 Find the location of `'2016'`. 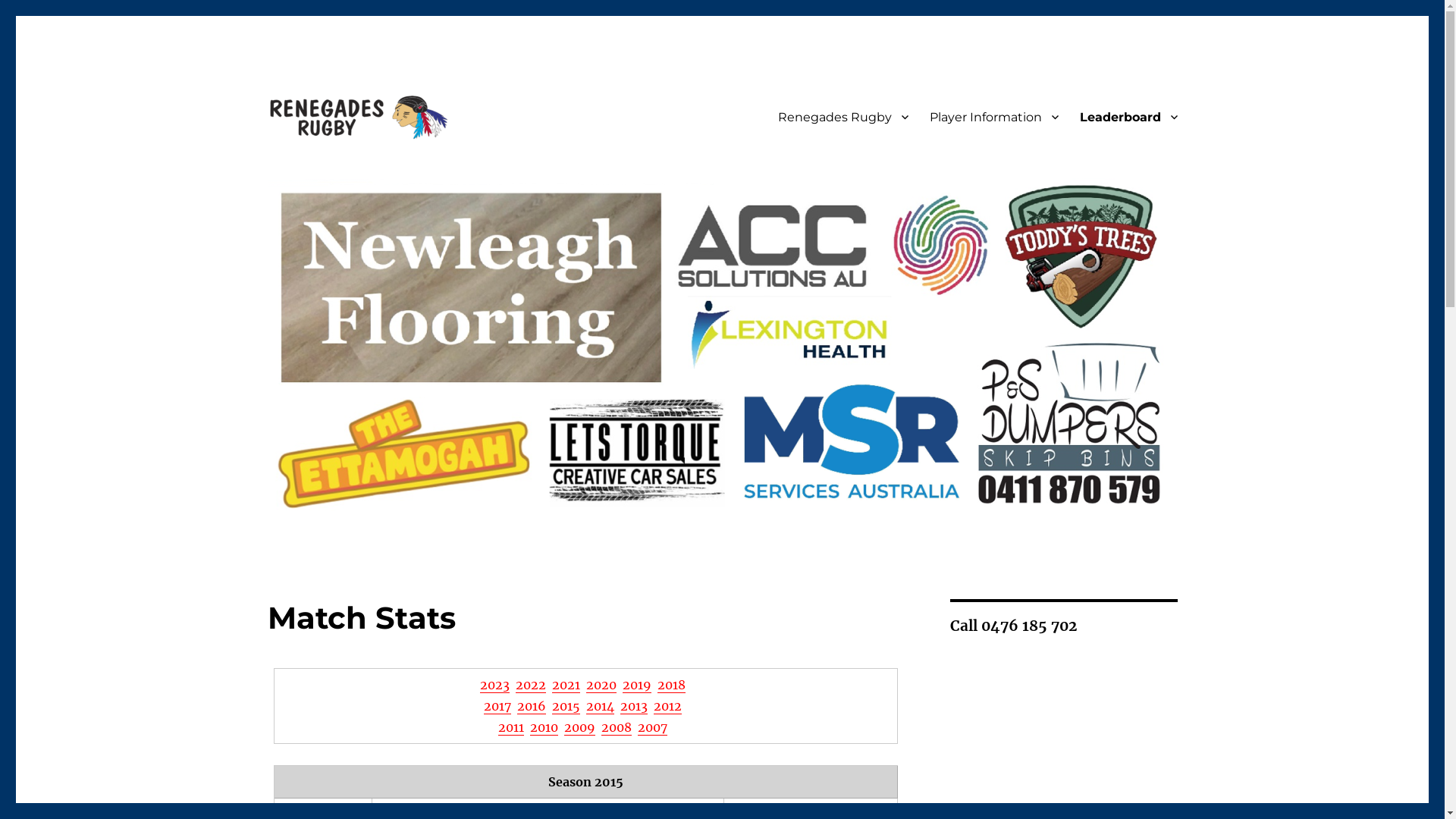

'2016' is located at coordinates (531, 705).